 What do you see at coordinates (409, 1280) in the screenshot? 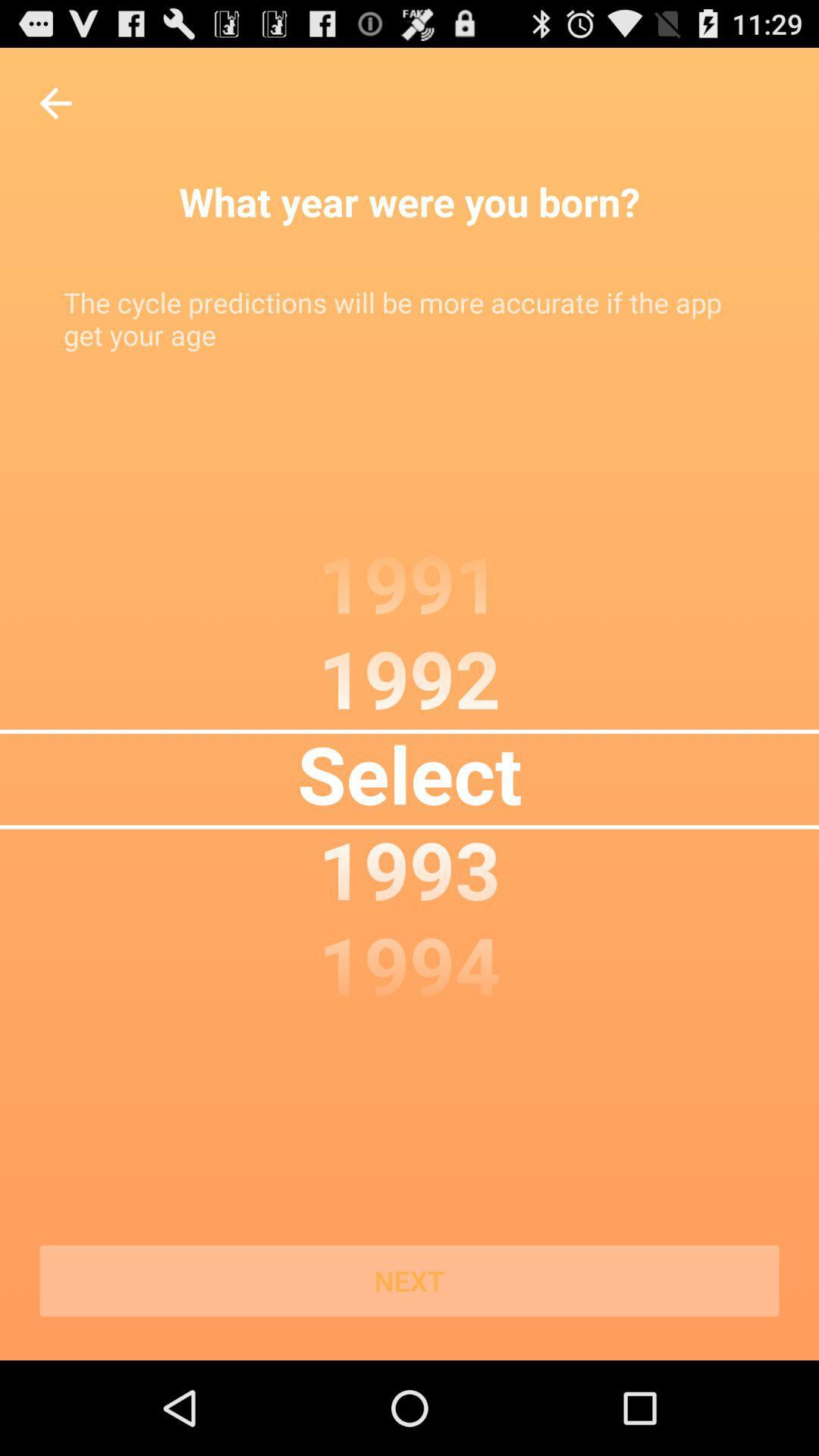
I see `the icon below 1994 icon` at bounding box center [409, 1280].